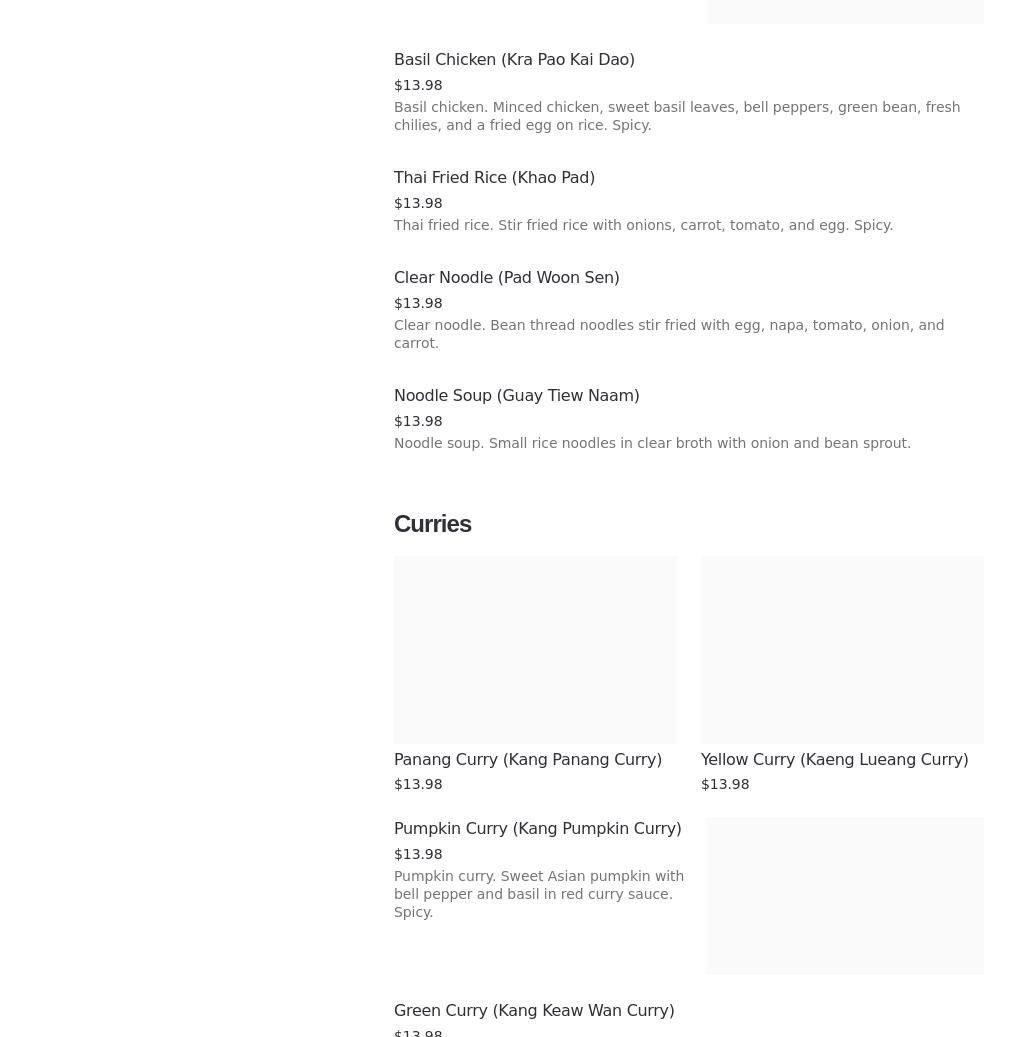  I want to click on 'Thai fried rice. Stir fried rice with onions, carrot, tomato, and egg. Spicy.', so click(642, 224).